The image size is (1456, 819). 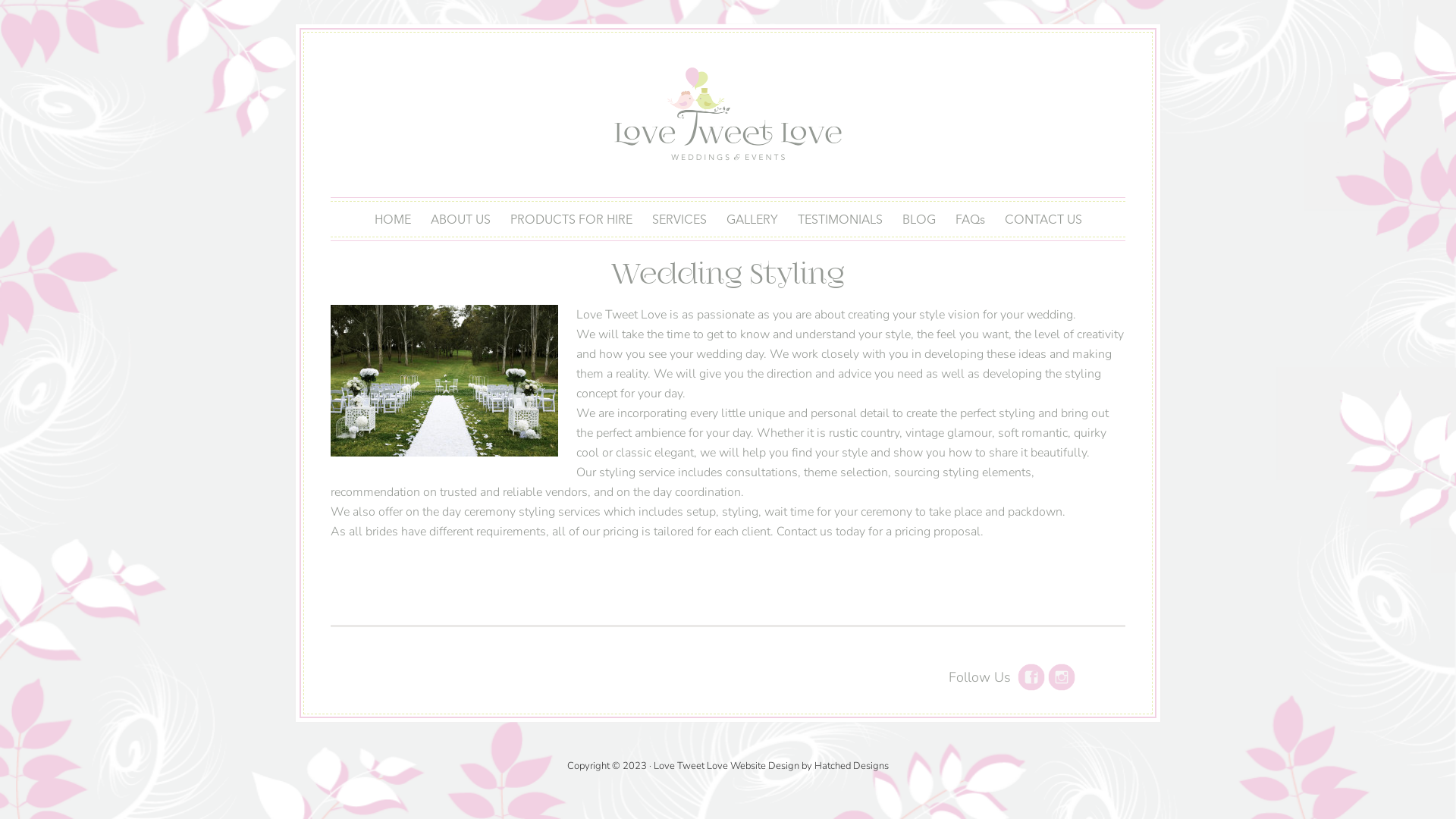 I want to click on 'GALLERY', so click(x=751, y=219).